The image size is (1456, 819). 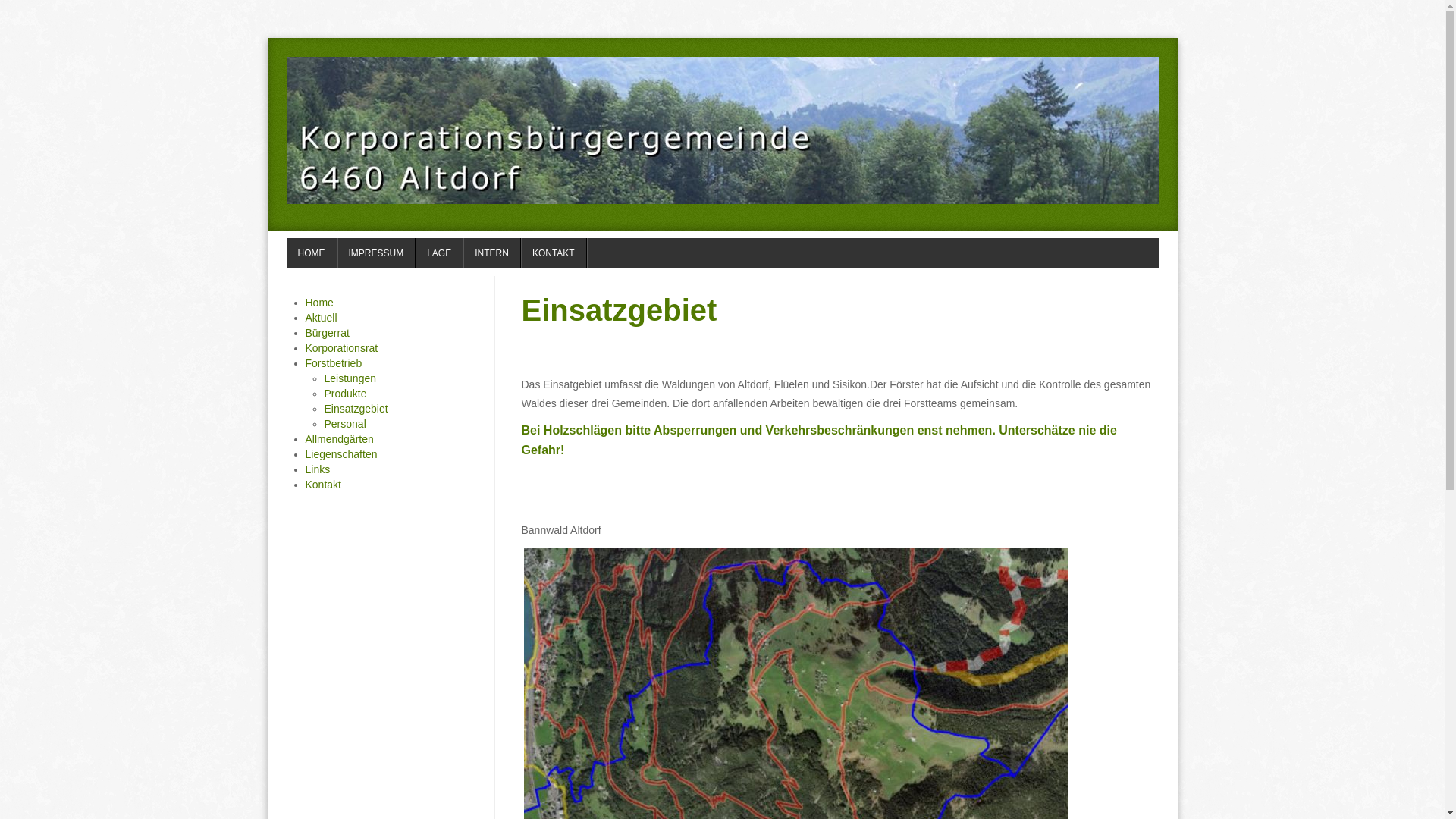 I want to click on 'IMPRESSUM', so click(x=375, y=253).